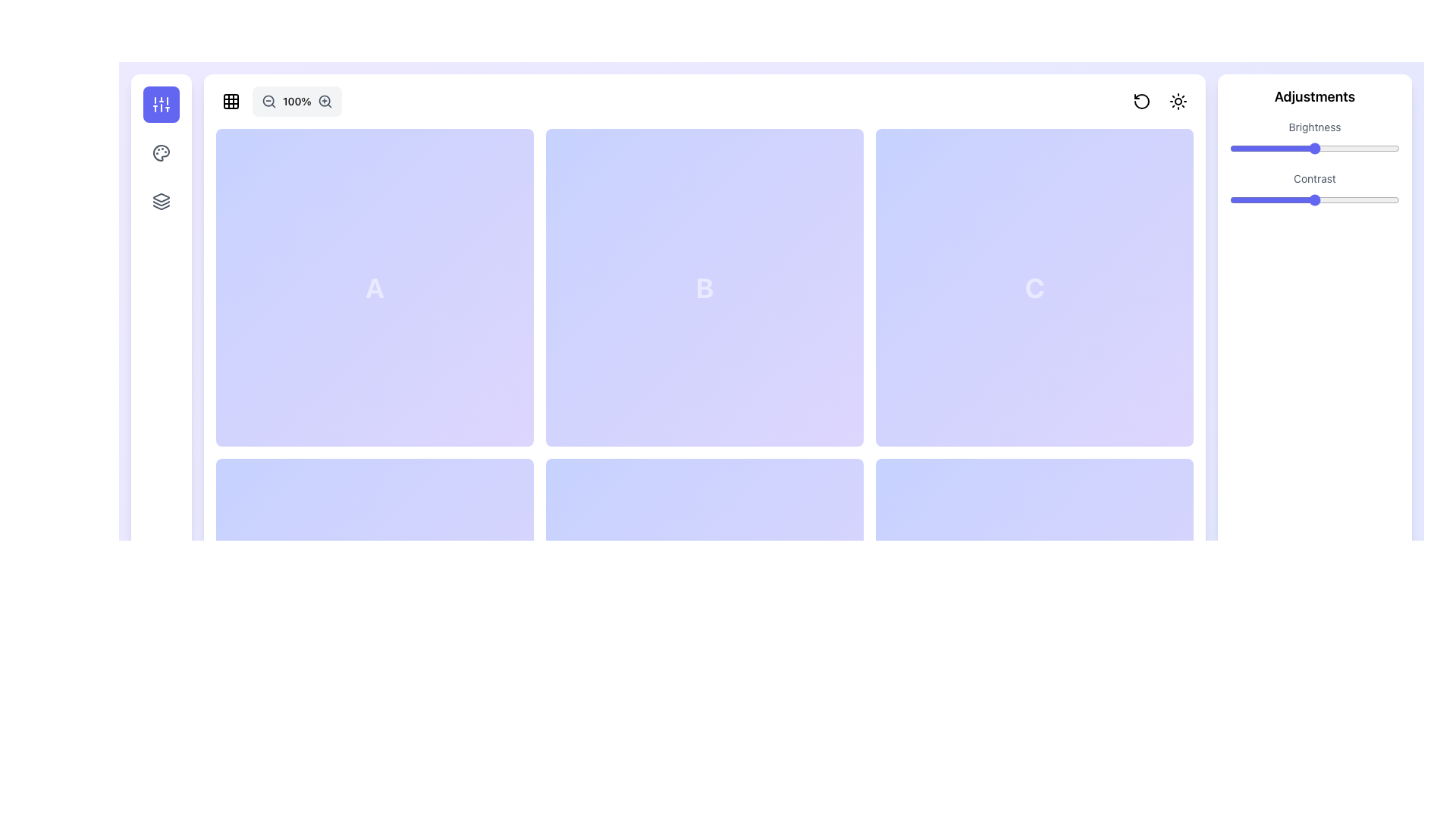  I want to click on the label displaying '100%' which is centrally located in the horizontal toolbar at the top of the view, styled with a light gray background and round corners, so click(297, 102).